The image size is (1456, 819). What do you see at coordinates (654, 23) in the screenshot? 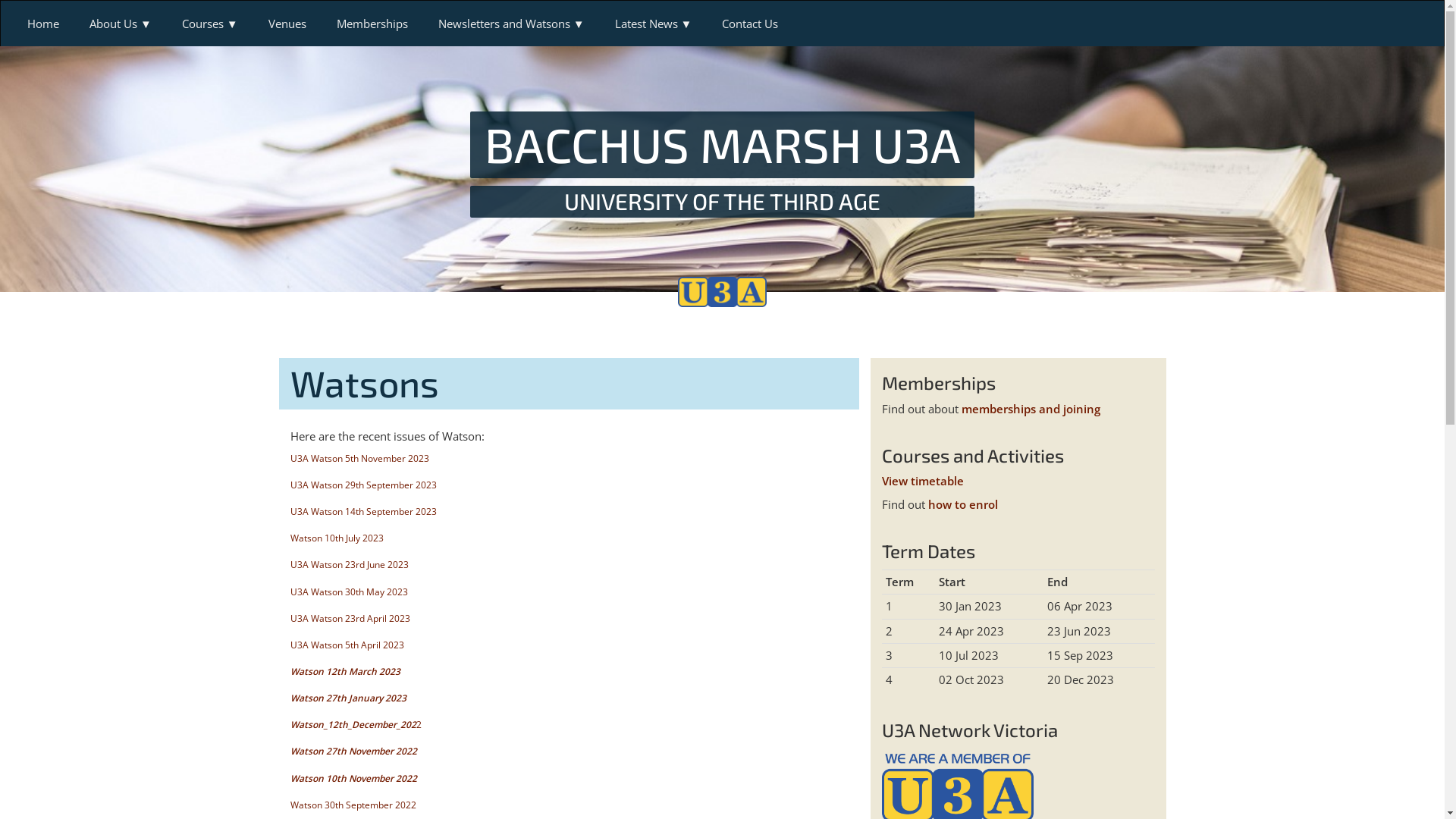
I see `'Latest News'` at bounding box center [654, 23].